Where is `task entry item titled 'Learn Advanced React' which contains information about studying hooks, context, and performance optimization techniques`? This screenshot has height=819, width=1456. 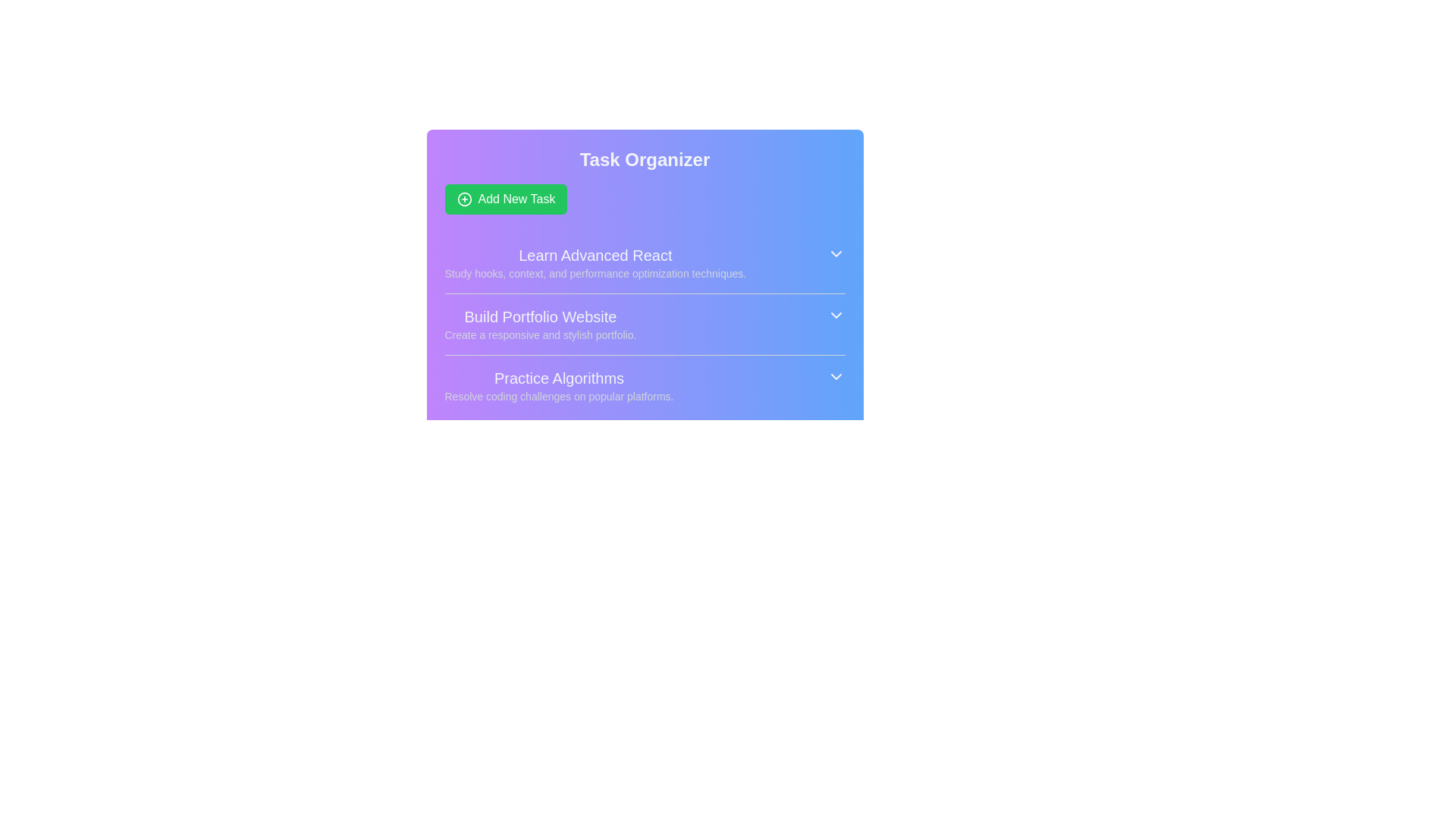 task entry item titled 'Learn Advanced React' which contains information about studying hooks, context, and performance optimization techniques is located at coordinates (645, 262).